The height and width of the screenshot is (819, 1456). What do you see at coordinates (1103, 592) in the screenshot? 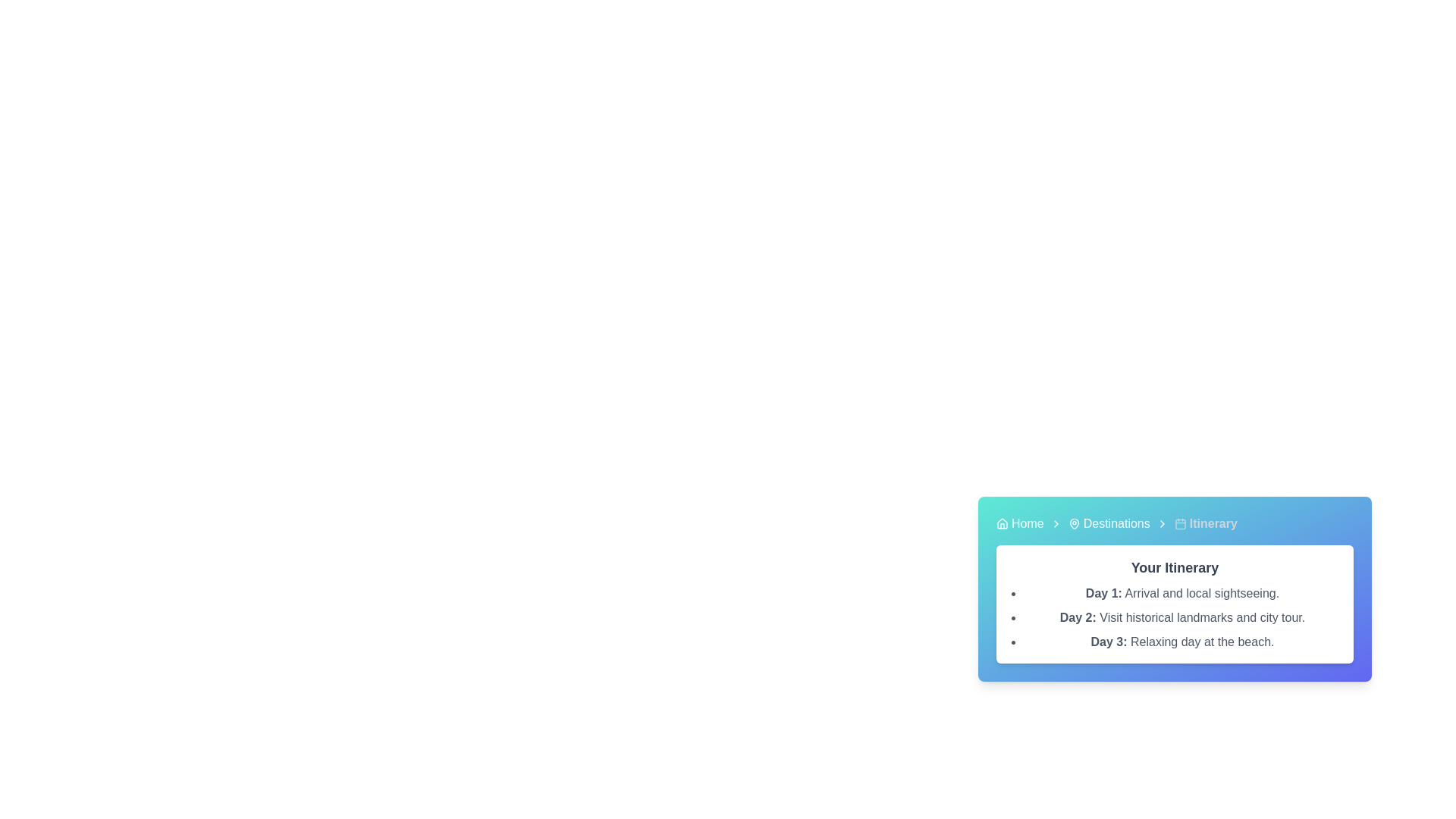
I see `the label marking the start of the first day's activities in the itinerary, located near the top of the itinerary card below the 'Your Itinerary' heading` at bounding box center [1103, 592].